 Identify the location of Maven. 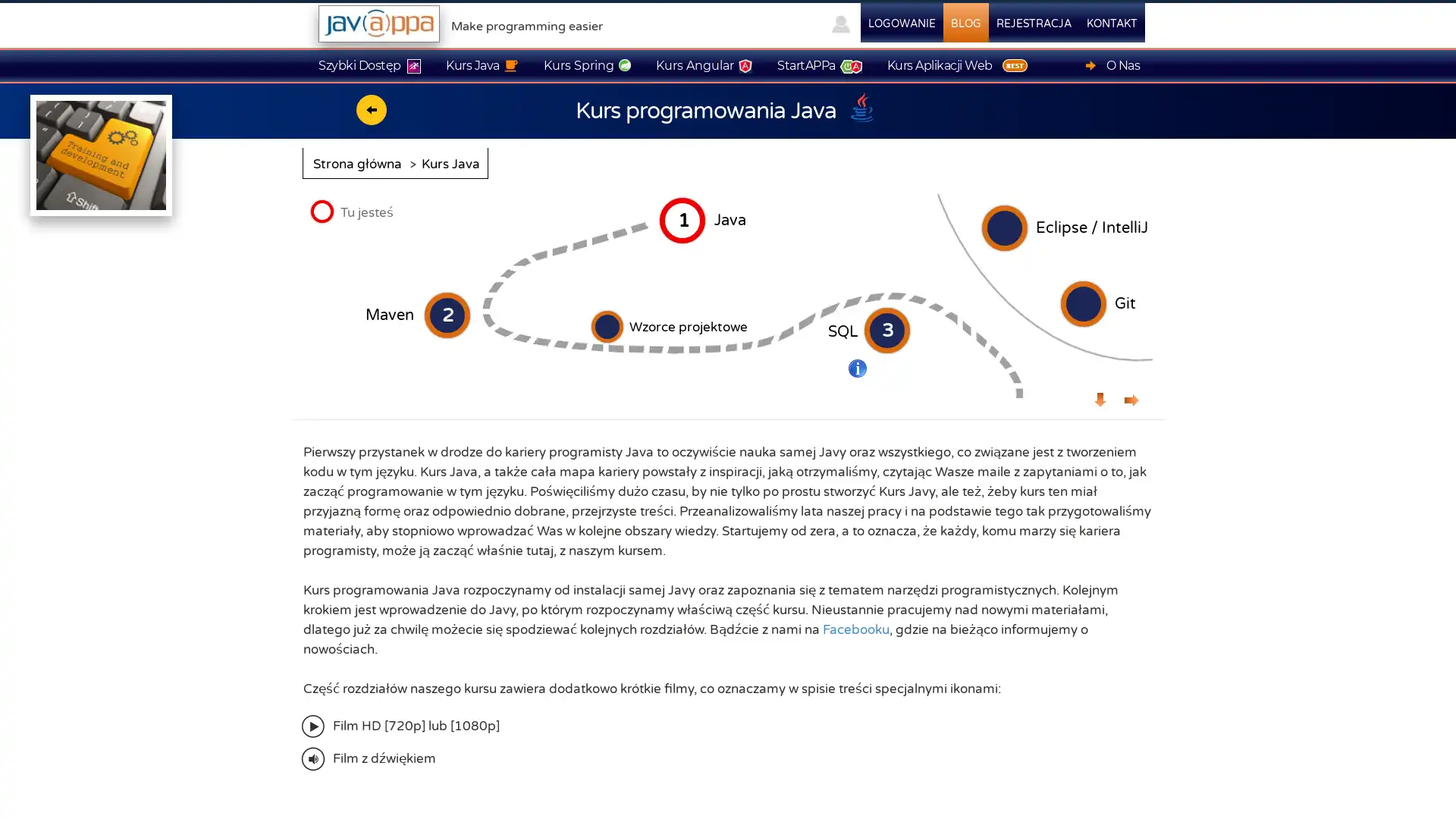
(395, 315).